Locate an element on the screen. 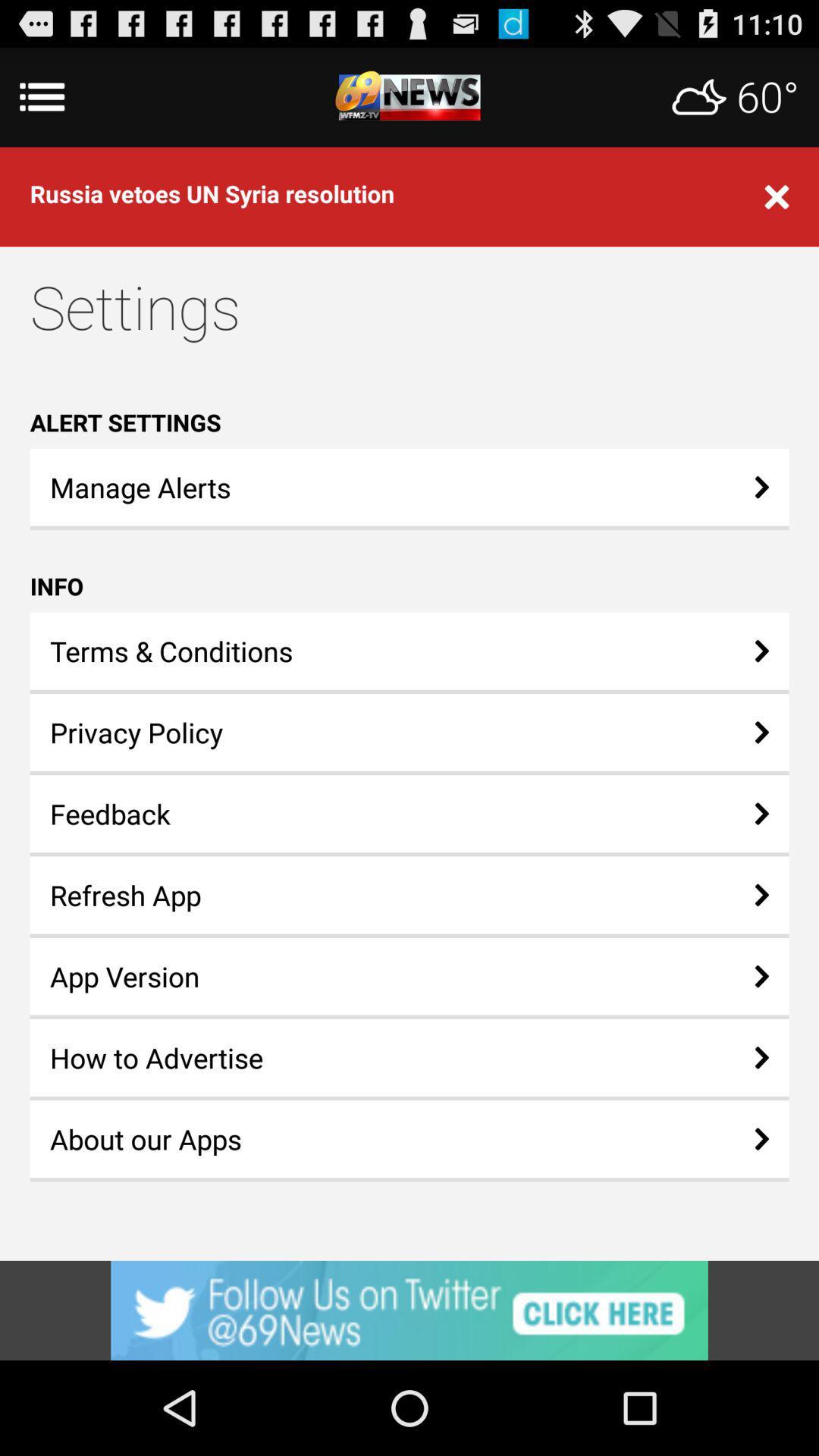 The height and width of the screenshot is (1456, 819). twitter hyperlink is located at coordinates (409, 1310).